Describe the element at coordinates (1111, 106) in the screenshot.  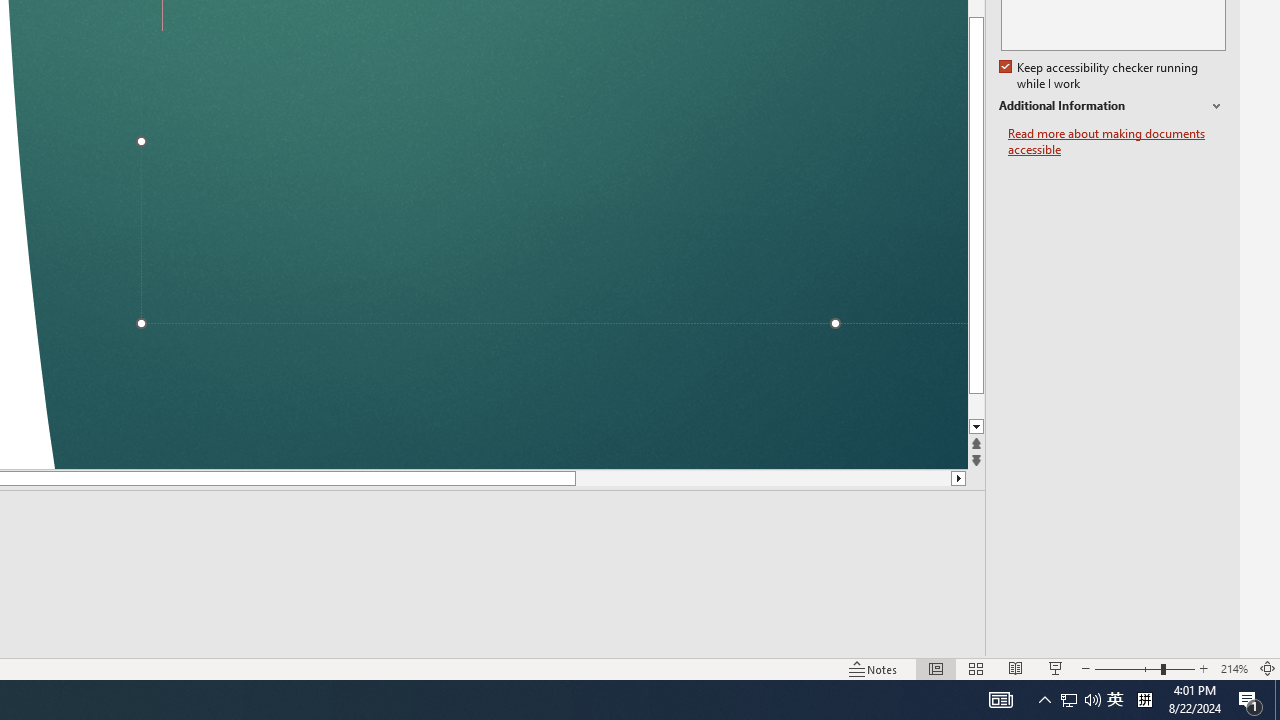
I see `'Additional Information'` at that location.